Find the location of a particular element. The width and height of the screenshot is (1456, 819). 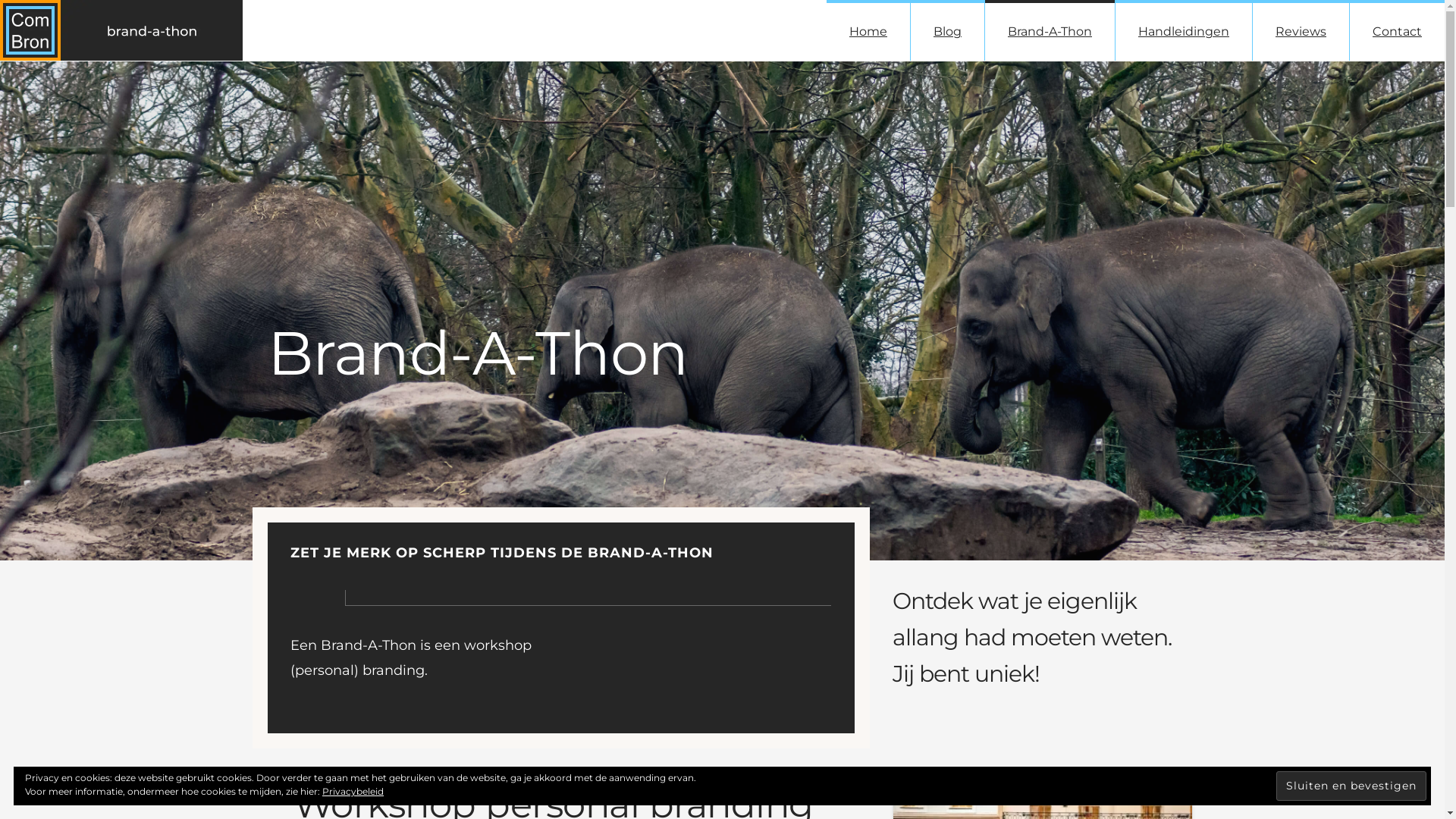

'Blog' is located at coordinates (946, 30).